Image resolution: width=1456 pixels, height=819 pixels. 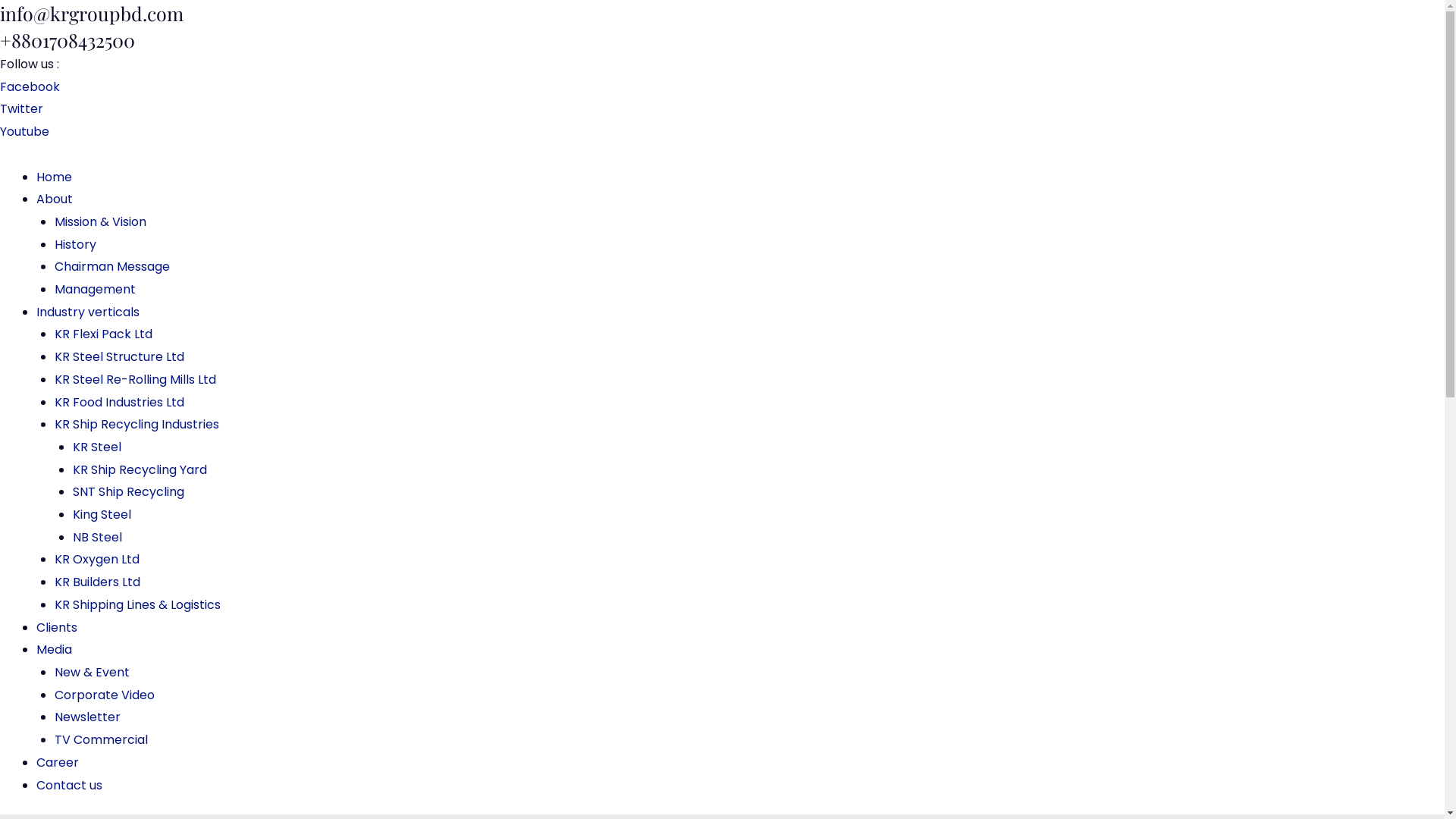 What do you see at coordinates (137, 604) in the screenshot?
I see `'KR Shipping Lines & Logistics'` at bounding box center [137, 604].